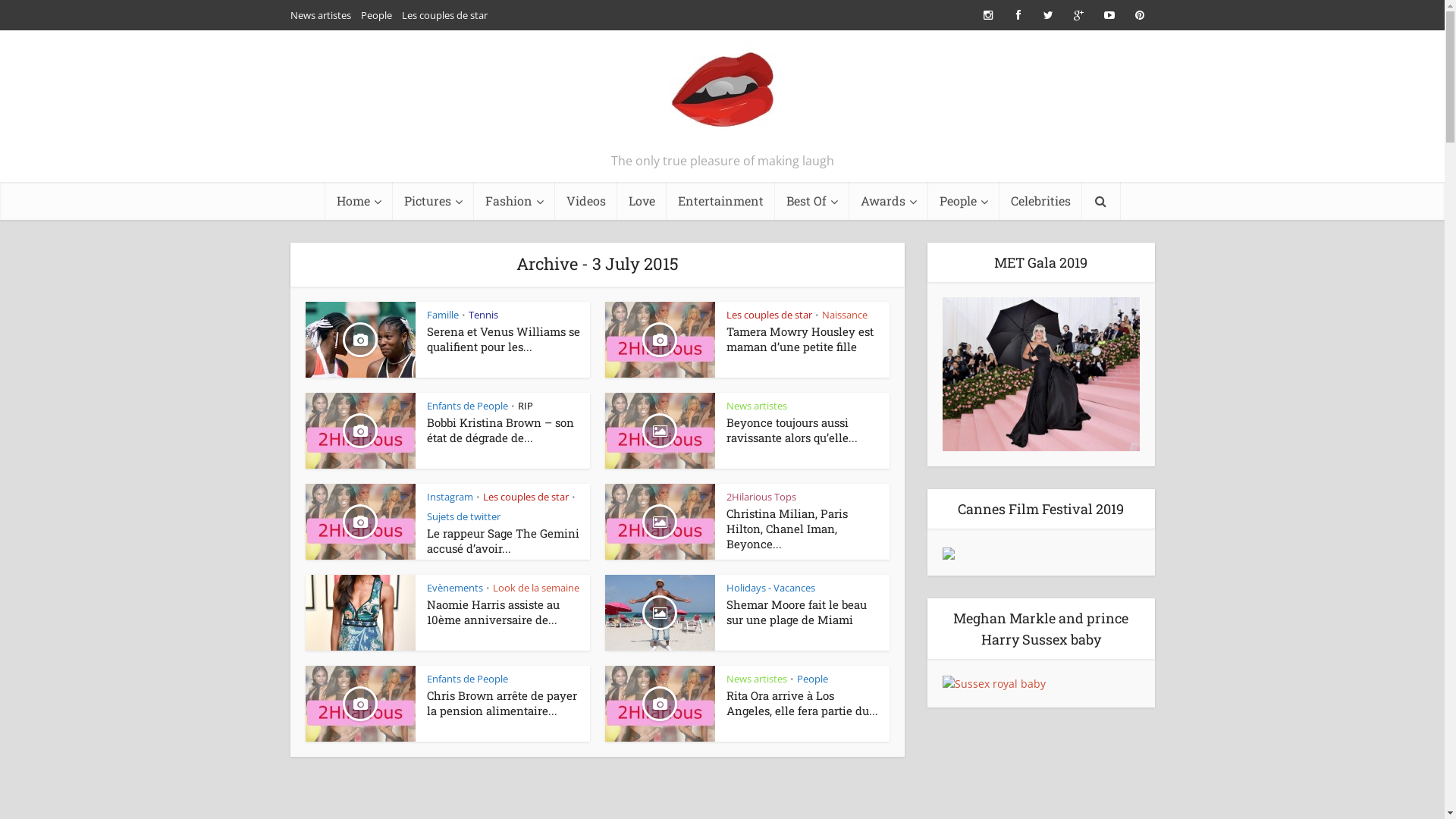 The width and height of the screenshot is (1456, 819). What do you see at coordinates (357, 200) in the screenshot?
I see `'Home'` at bounding box center [357, 200].